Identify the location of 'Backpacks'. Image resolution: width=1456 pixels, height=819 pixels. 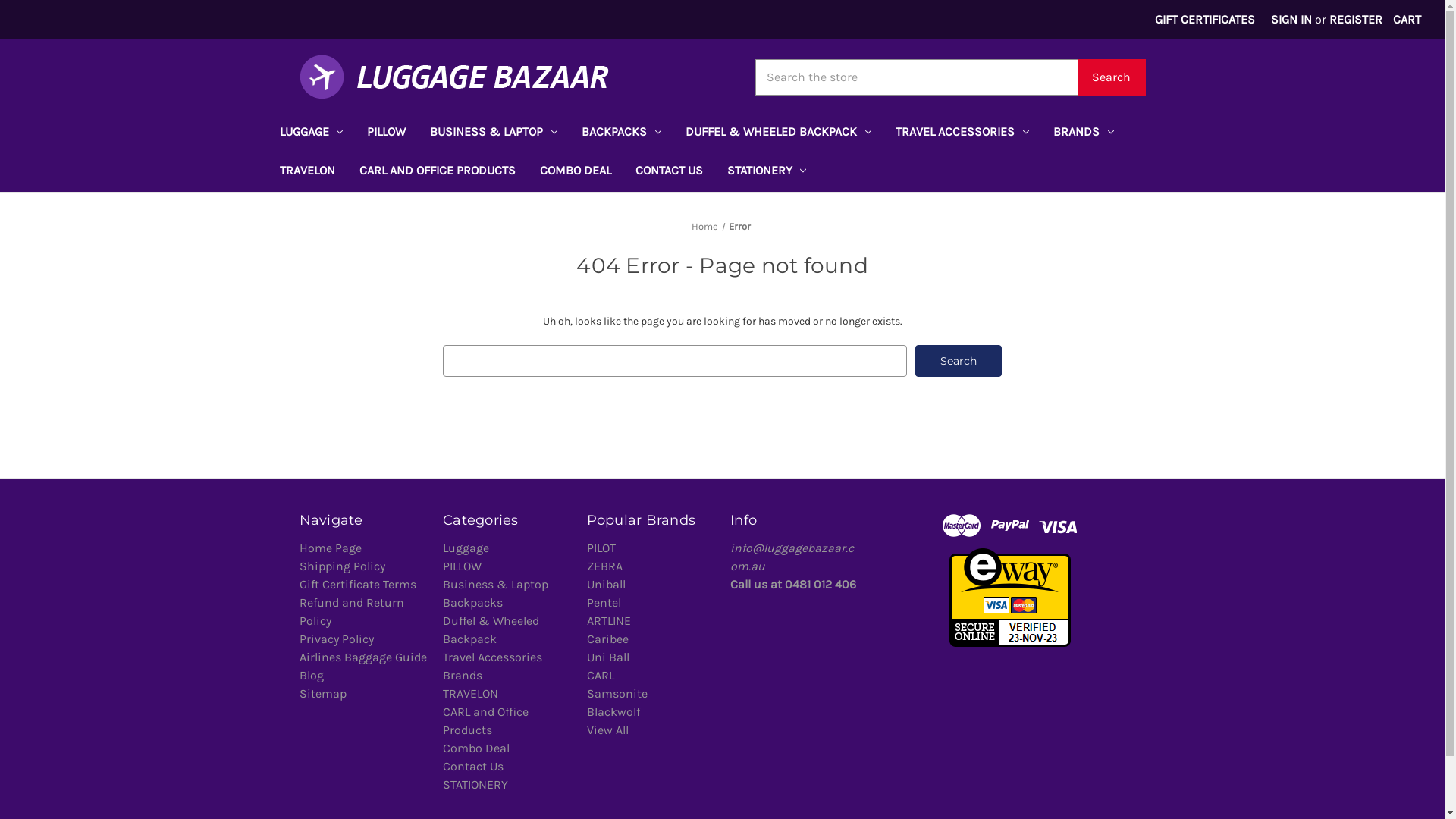
(472, 601).